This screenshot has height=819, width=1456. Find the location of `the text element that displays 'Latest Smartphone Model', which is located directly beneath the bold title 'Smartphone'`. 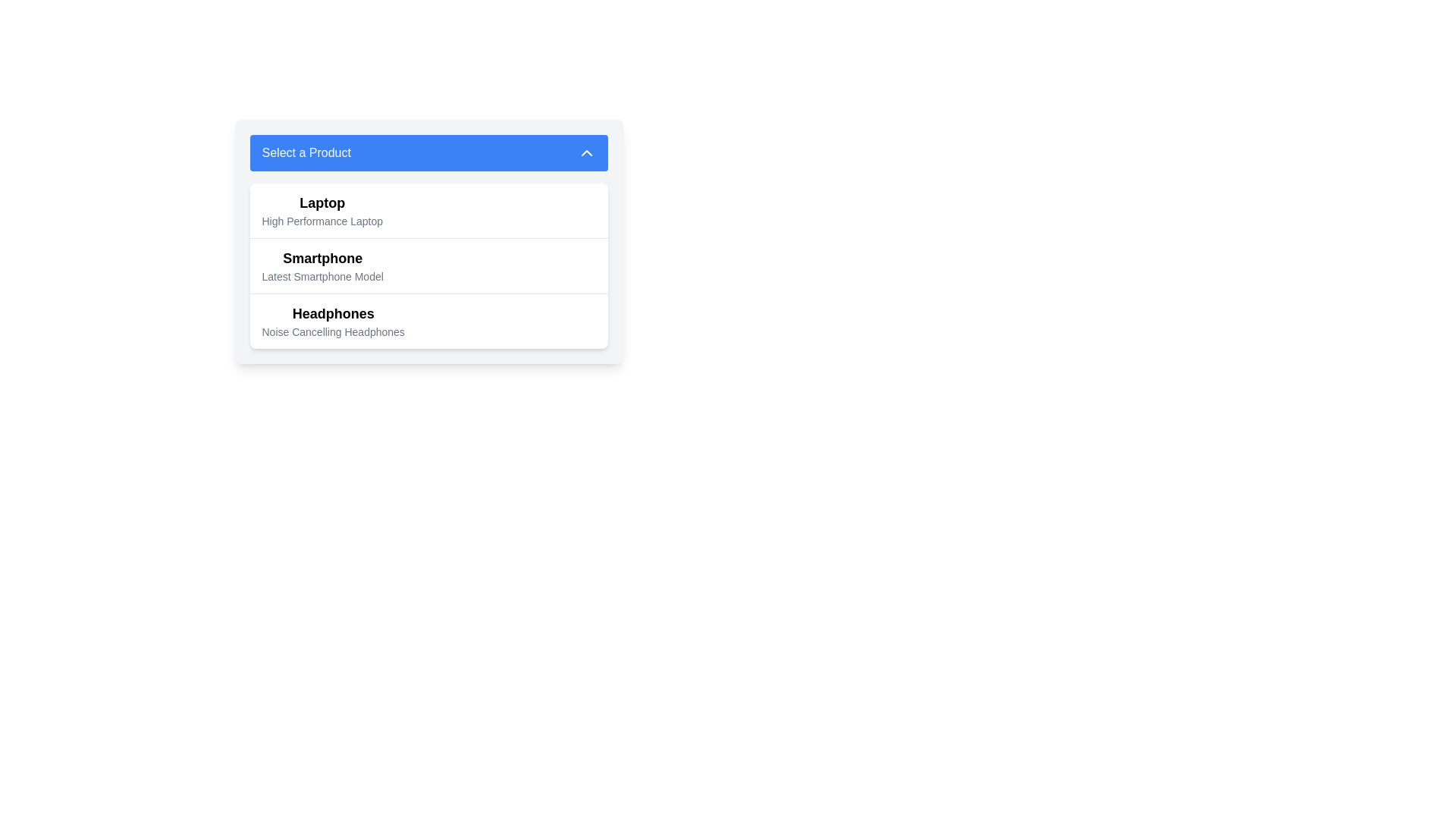

the text element that displays 'Latest Smartphone Model', which is located directly beneath the bold title 'Smartphone' is located at coordinates (322, 277).